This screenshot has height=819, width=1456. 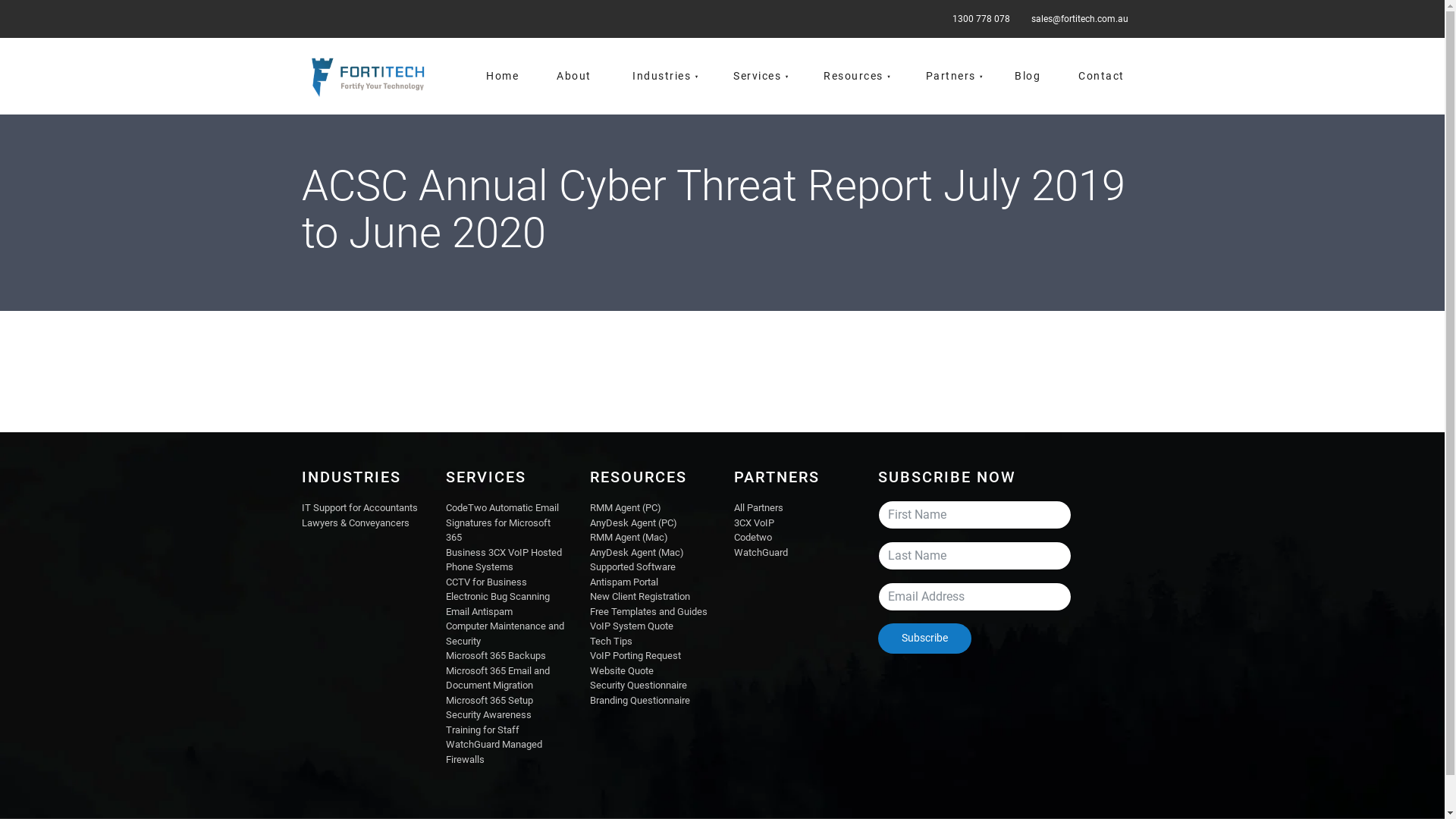 What do you see at coordinates (629, 536) in the screenshot?
I see `'RMM Agent (Mac)'` at bounding box center [629, 536].